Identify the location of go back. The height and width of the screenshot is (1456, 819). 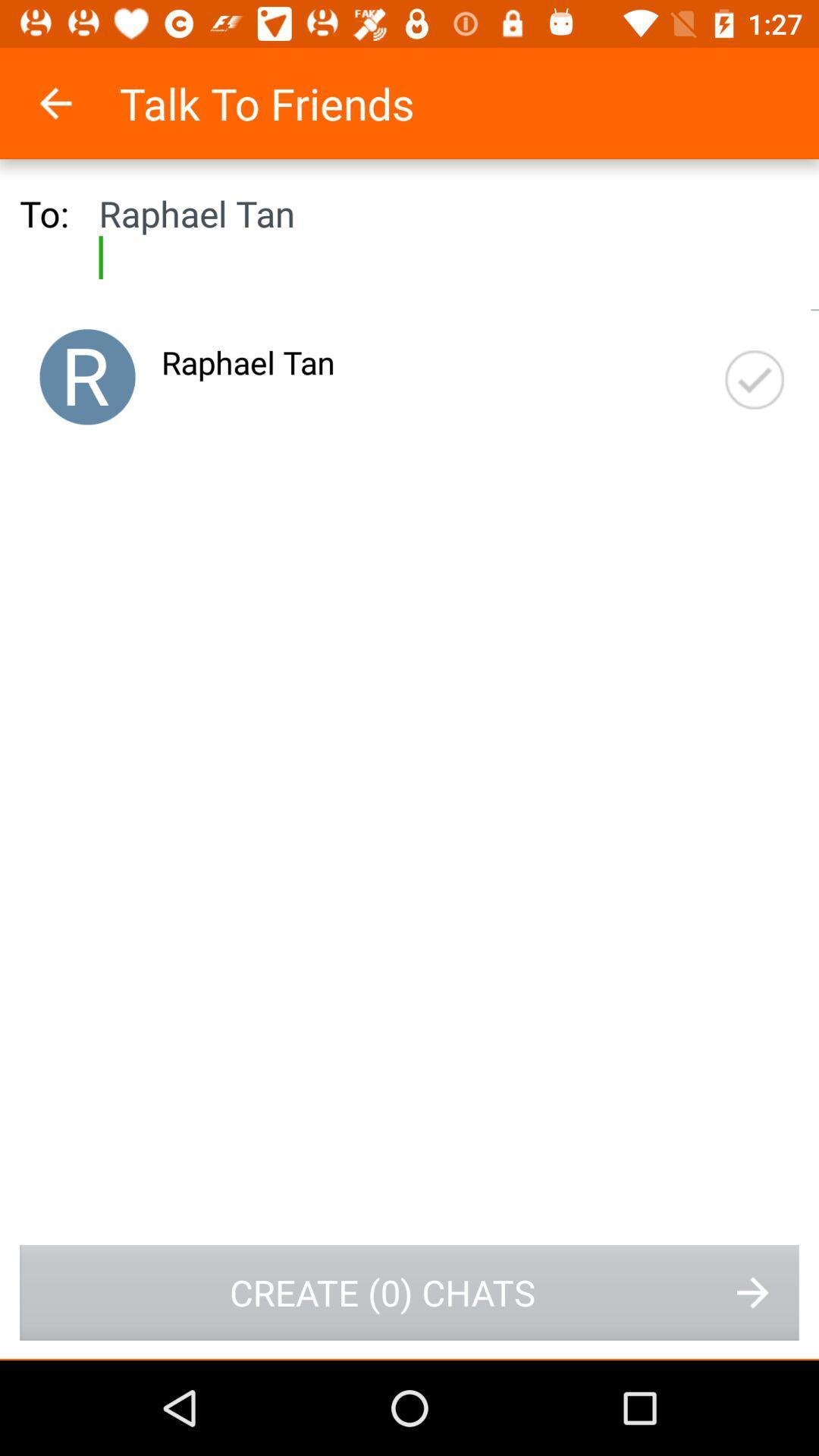
(75, 102).